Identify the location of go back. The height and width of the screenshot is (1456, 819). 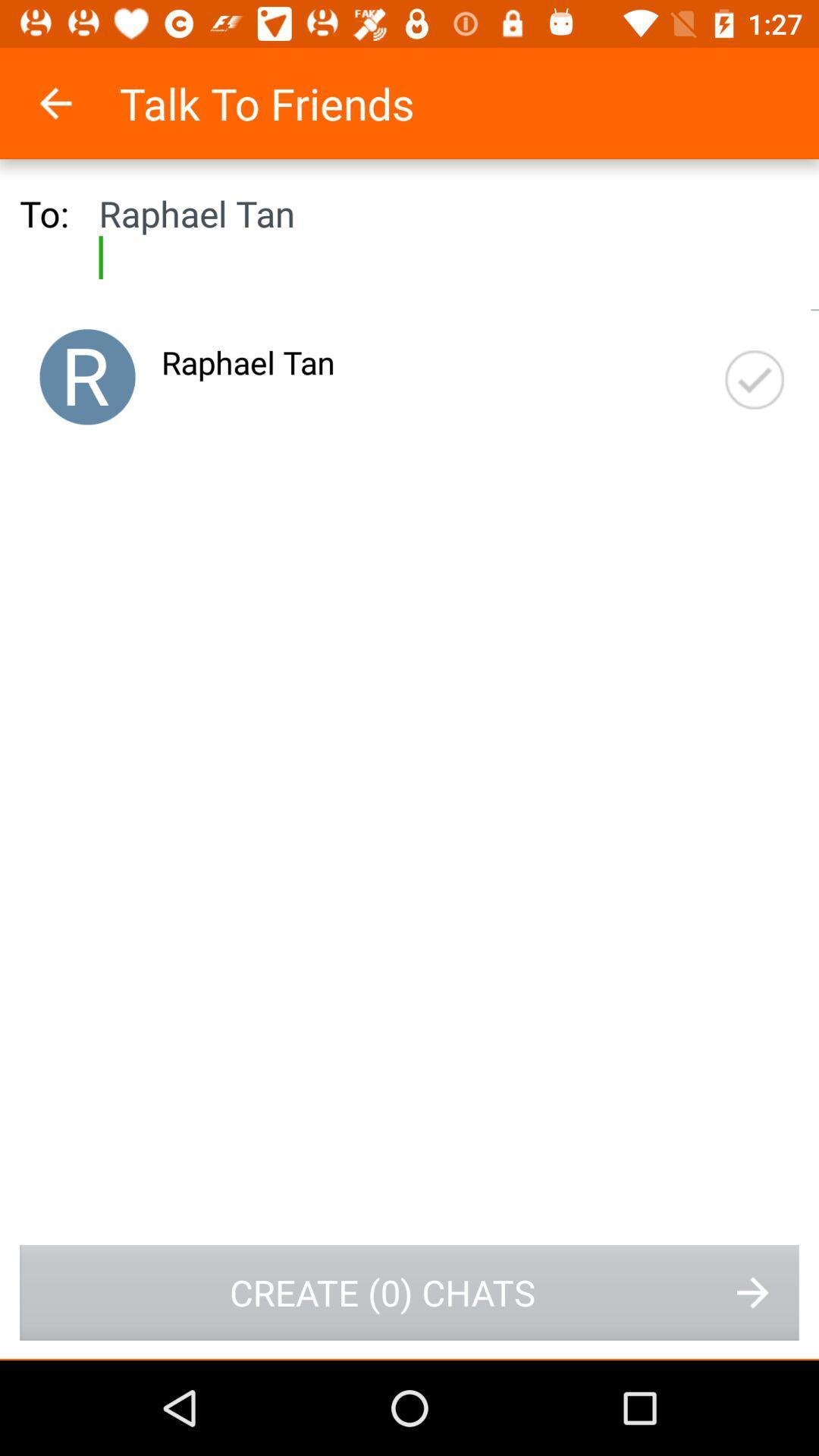
(75, 102).